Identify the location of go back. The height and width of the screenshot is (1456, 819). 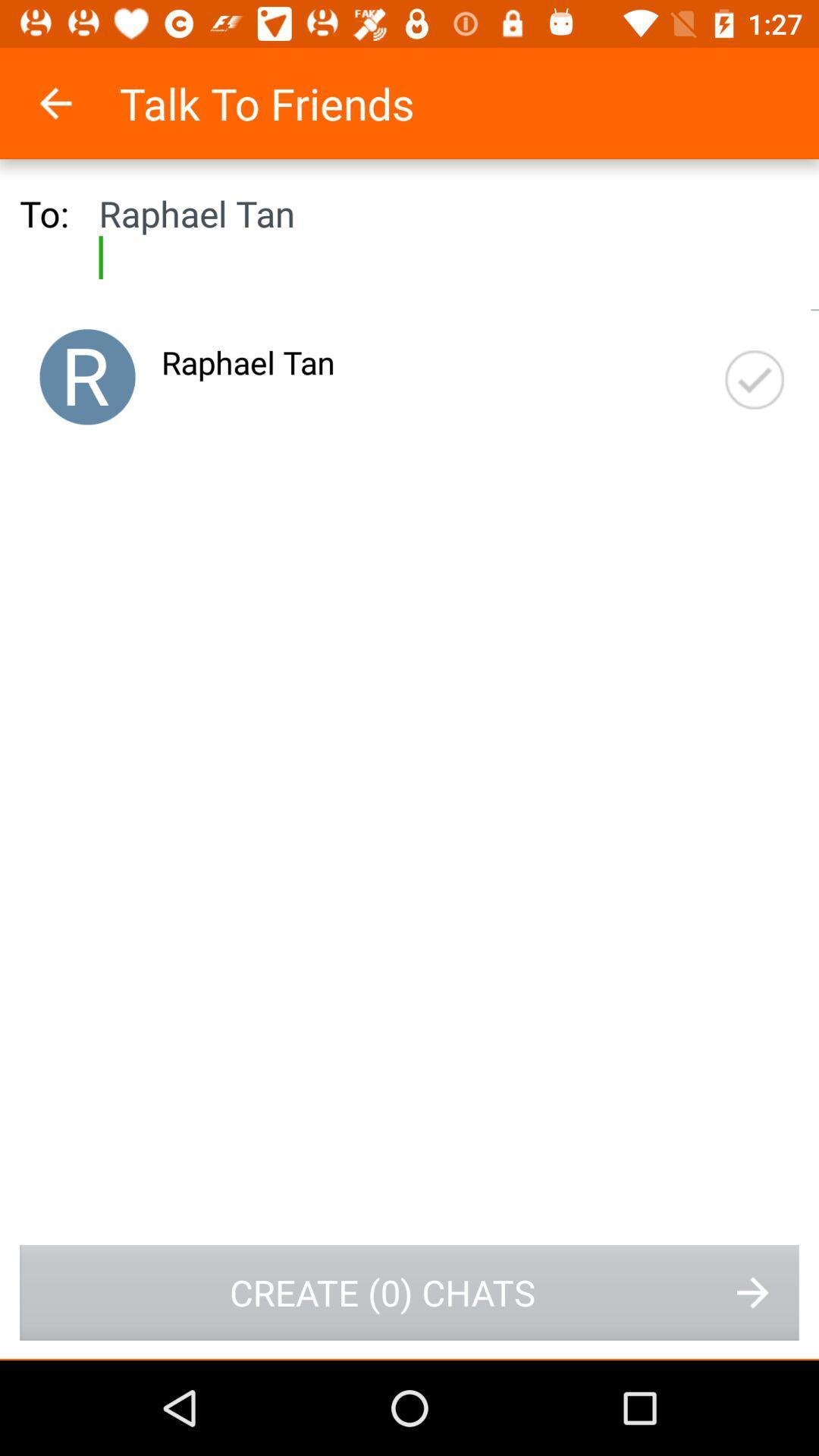
(75, 102).